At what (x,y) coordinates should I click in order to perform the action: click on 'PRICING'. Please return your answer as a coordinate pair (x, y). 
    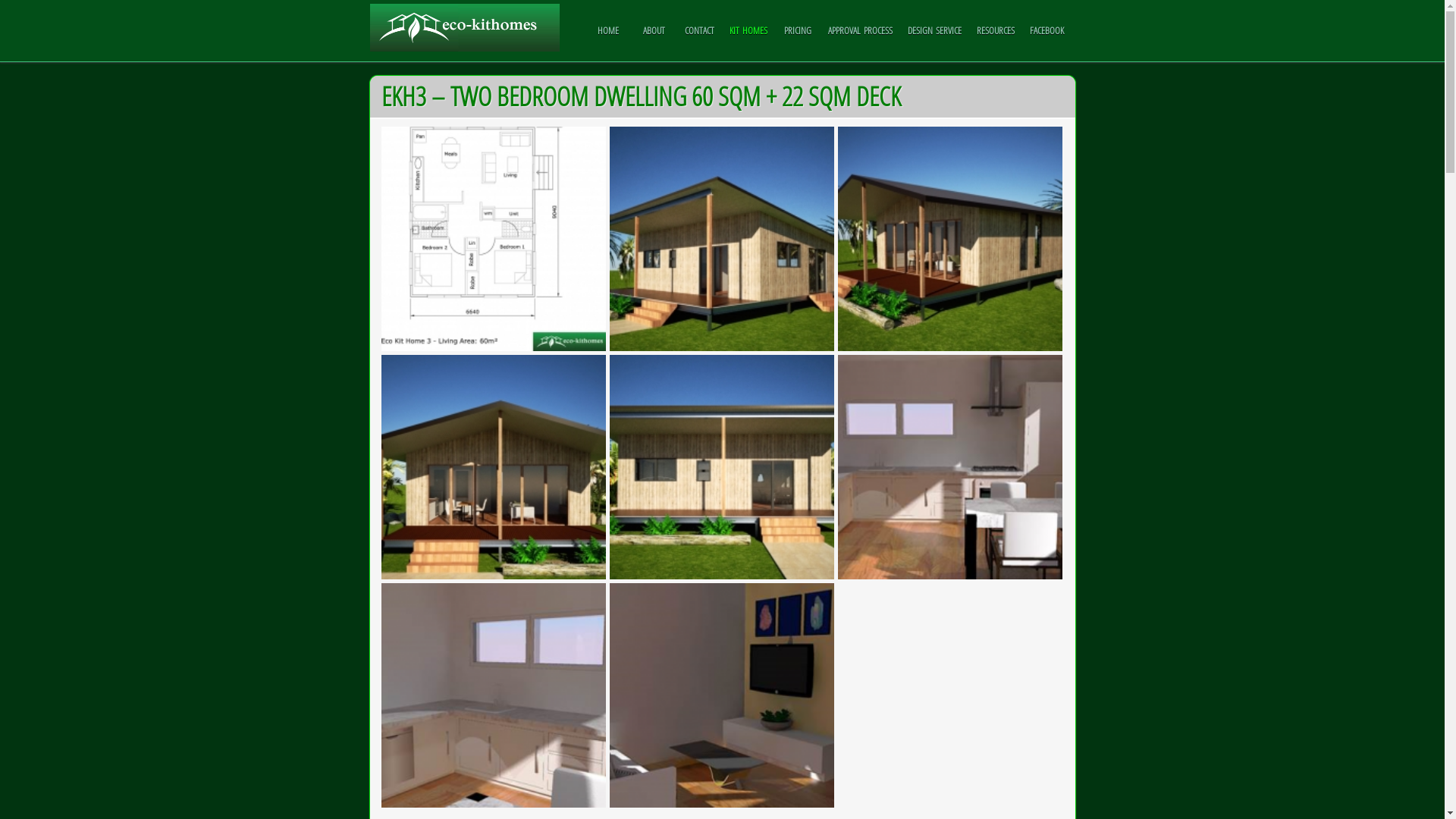
    Looking at the image, I should click on (796, 30).